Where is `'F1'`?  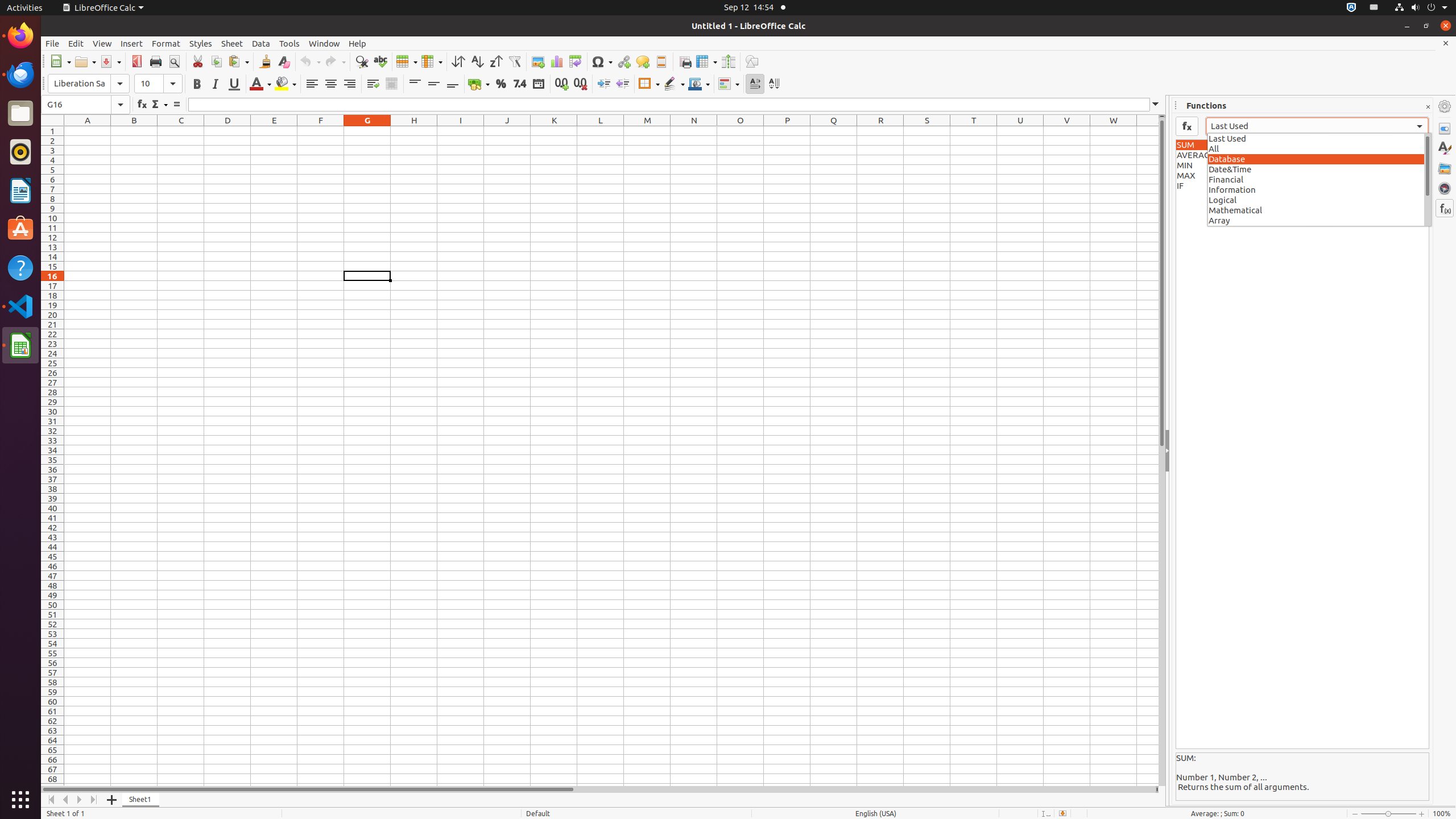 'F1' is located at coordinates (320, 130).